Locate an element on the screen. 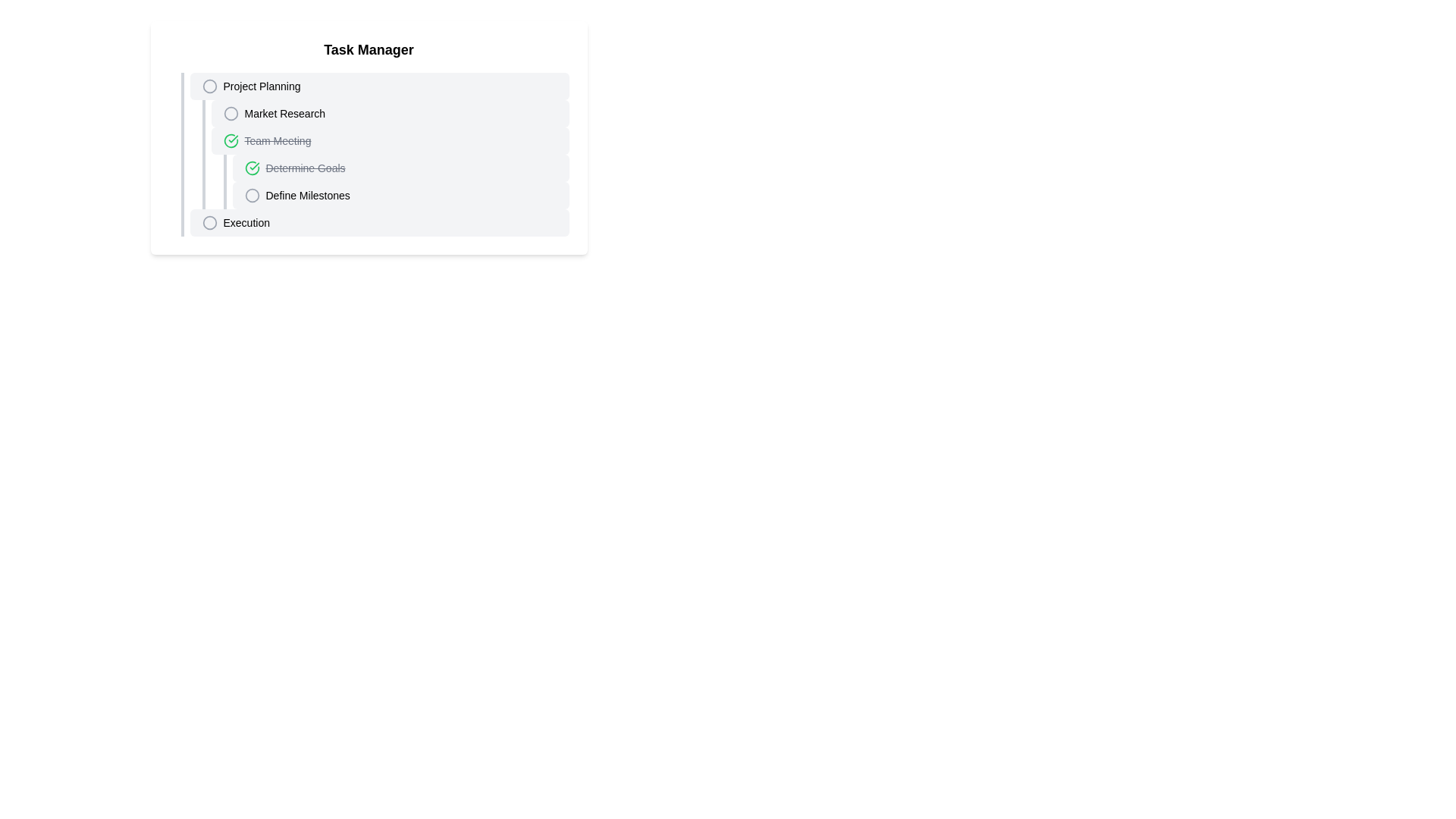 Image resolution: width=1456 pixels, height=819 pixels. the text label displaying the completed task name 'Determine Goals', which is marked with a strikethrough style and is located to the right of a green circular check icon is located at coordinates (305, 168).